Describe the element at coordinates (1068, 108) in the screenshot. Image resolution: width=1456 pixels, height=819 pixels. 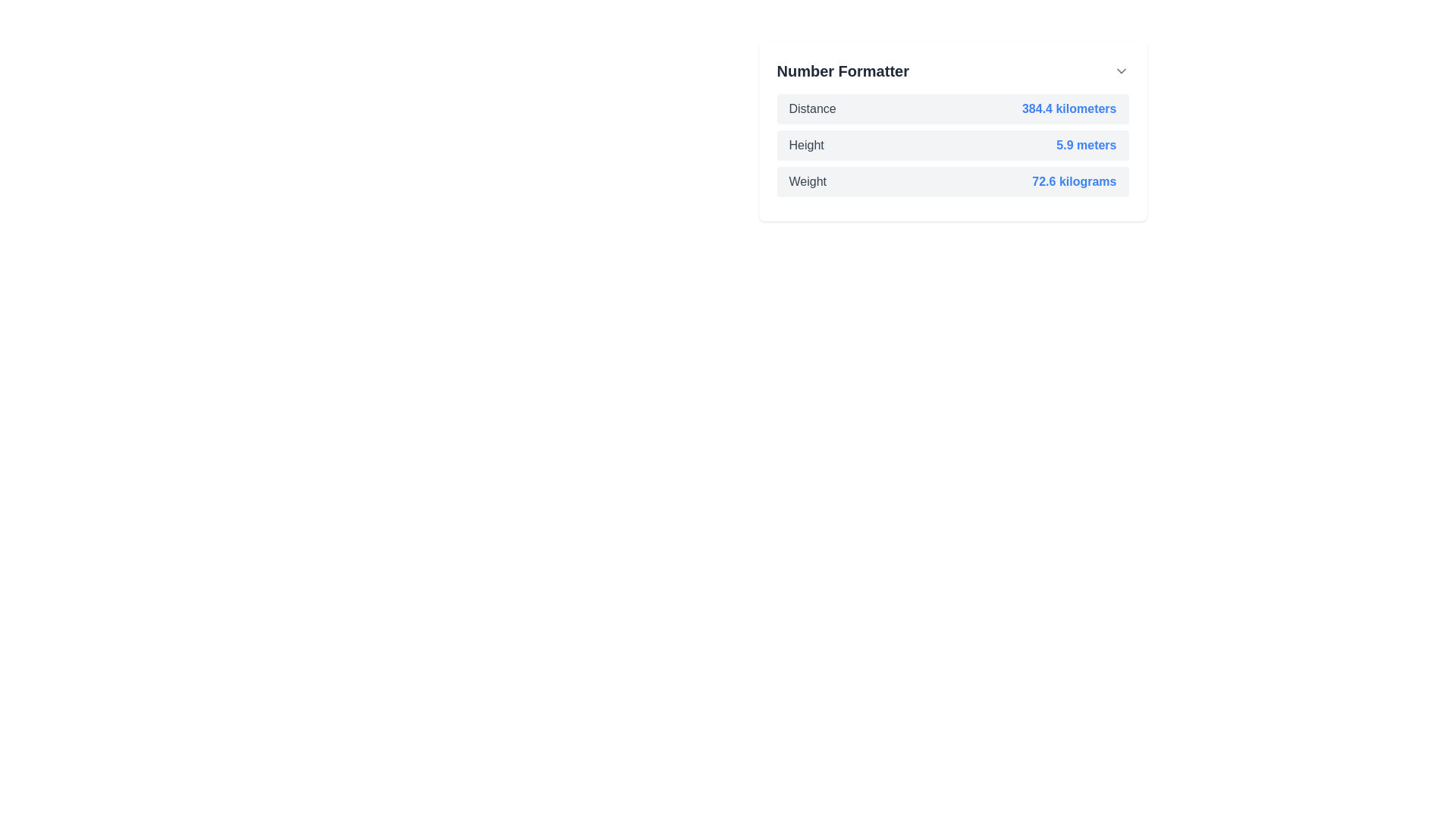
I see `the informational Text label that conveys the distance metric, located to the right of the 'Distance' label` at that location.